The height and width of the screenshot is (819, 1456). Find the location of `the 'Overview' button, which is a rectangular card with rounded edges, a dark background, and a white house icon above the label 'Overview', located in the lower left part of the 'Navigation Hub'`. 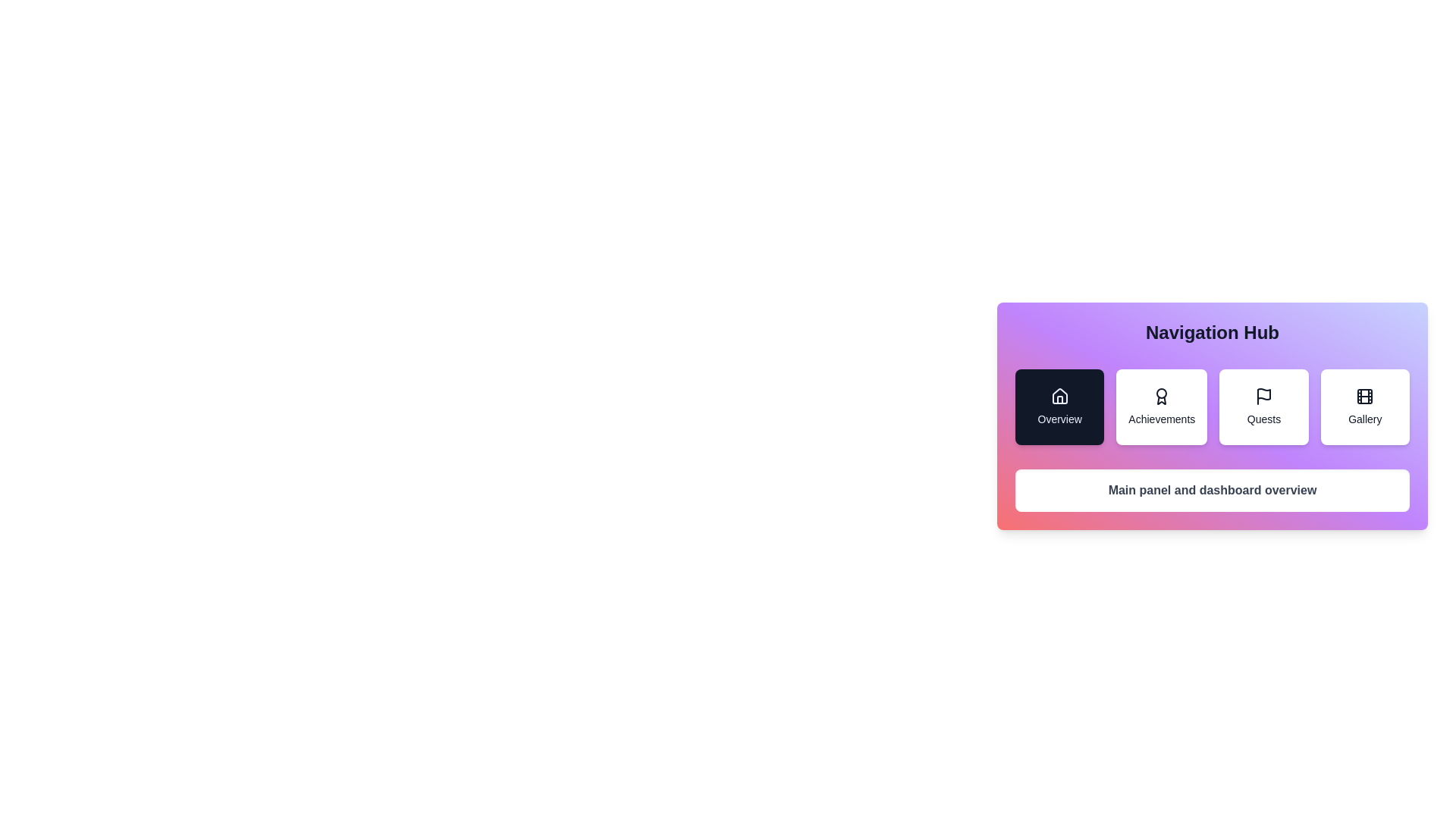

the 'Overview' button, which is a rectangular card with rounded edges, a dark background, and a white house icon above the label 'Overview', located in the lower left part of the 'Navigation Hub' is located at coordinates (1058, 406).